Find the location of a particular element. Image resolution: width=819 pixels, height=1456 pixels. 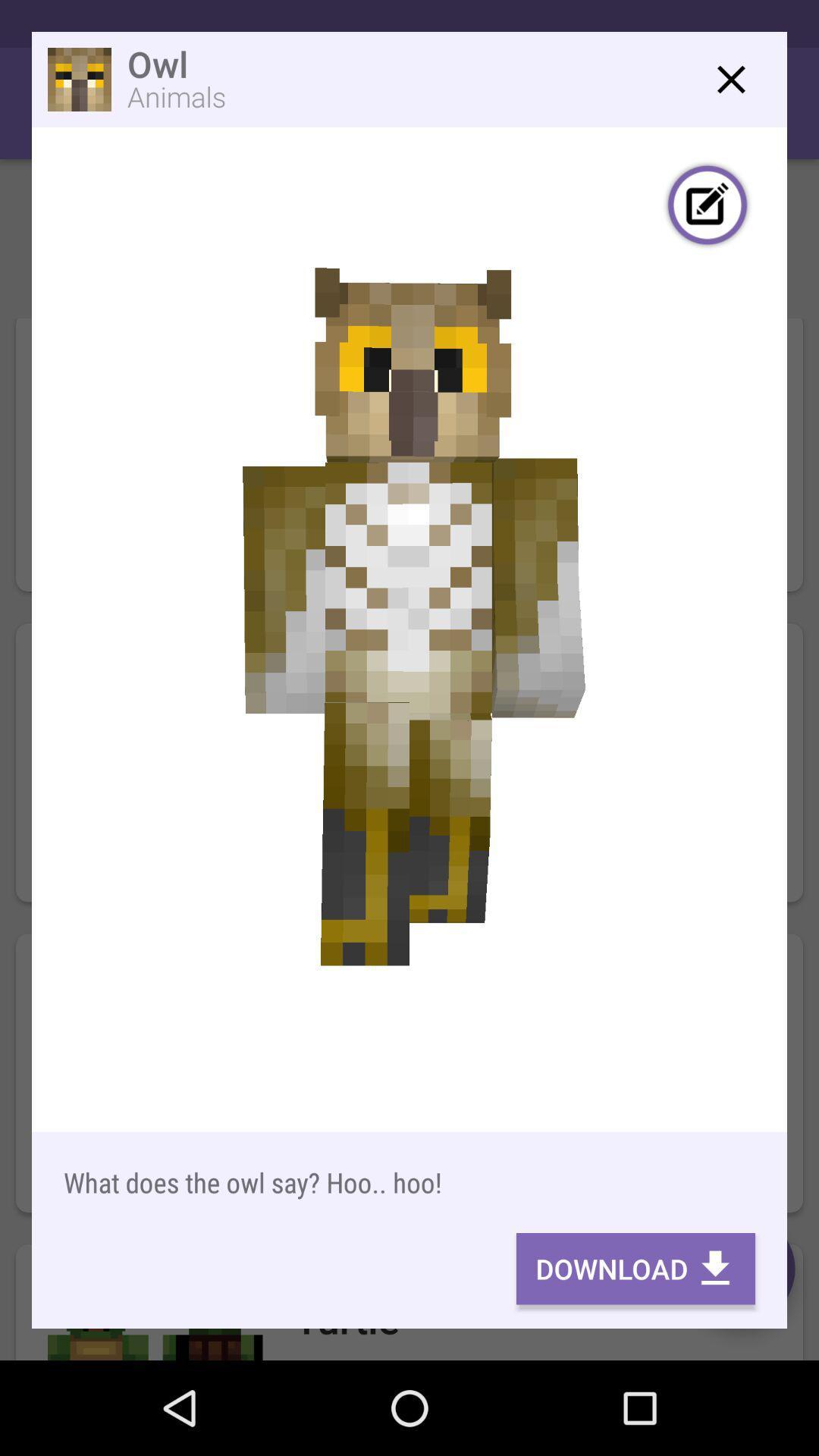

box is located at coordinates (730, 79).